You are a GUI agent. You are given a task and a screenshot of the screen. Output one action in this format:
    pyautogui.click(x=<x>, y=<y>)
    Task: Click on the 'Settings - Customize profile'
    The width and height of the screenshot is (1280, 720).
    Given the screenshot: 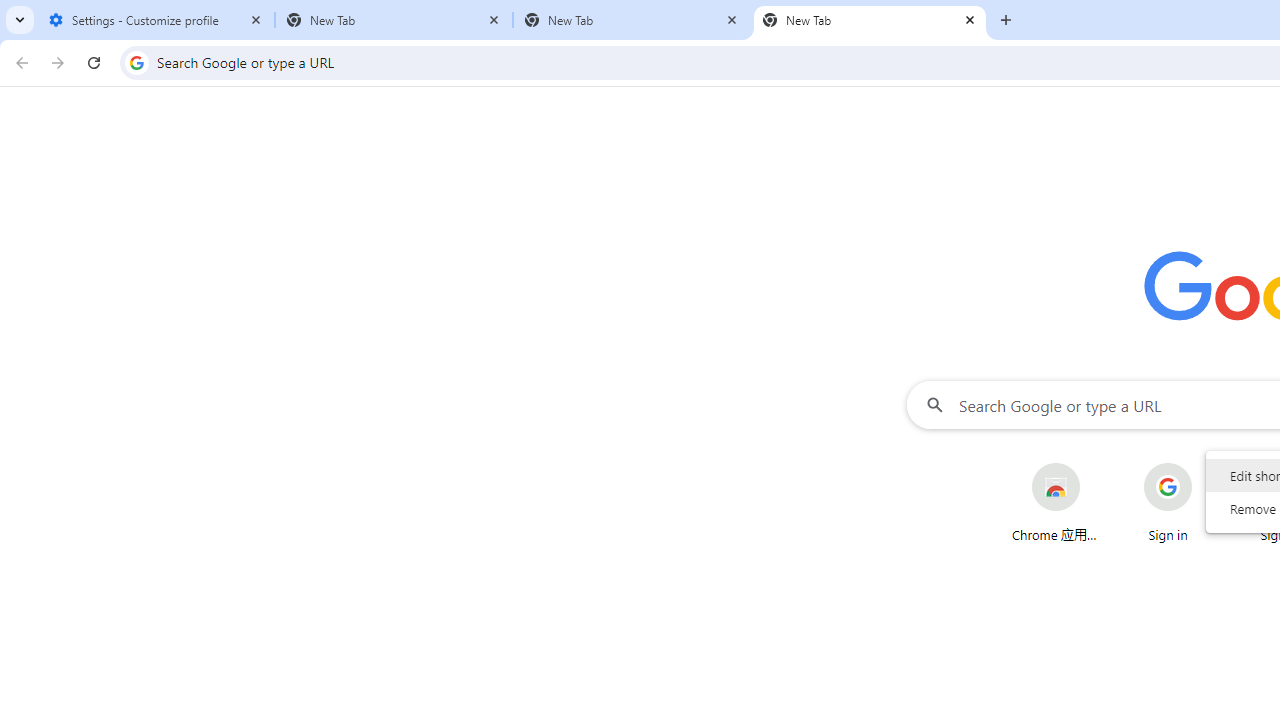 What is the action you would take?
    pyautogui.click(x=155, y=20)
    